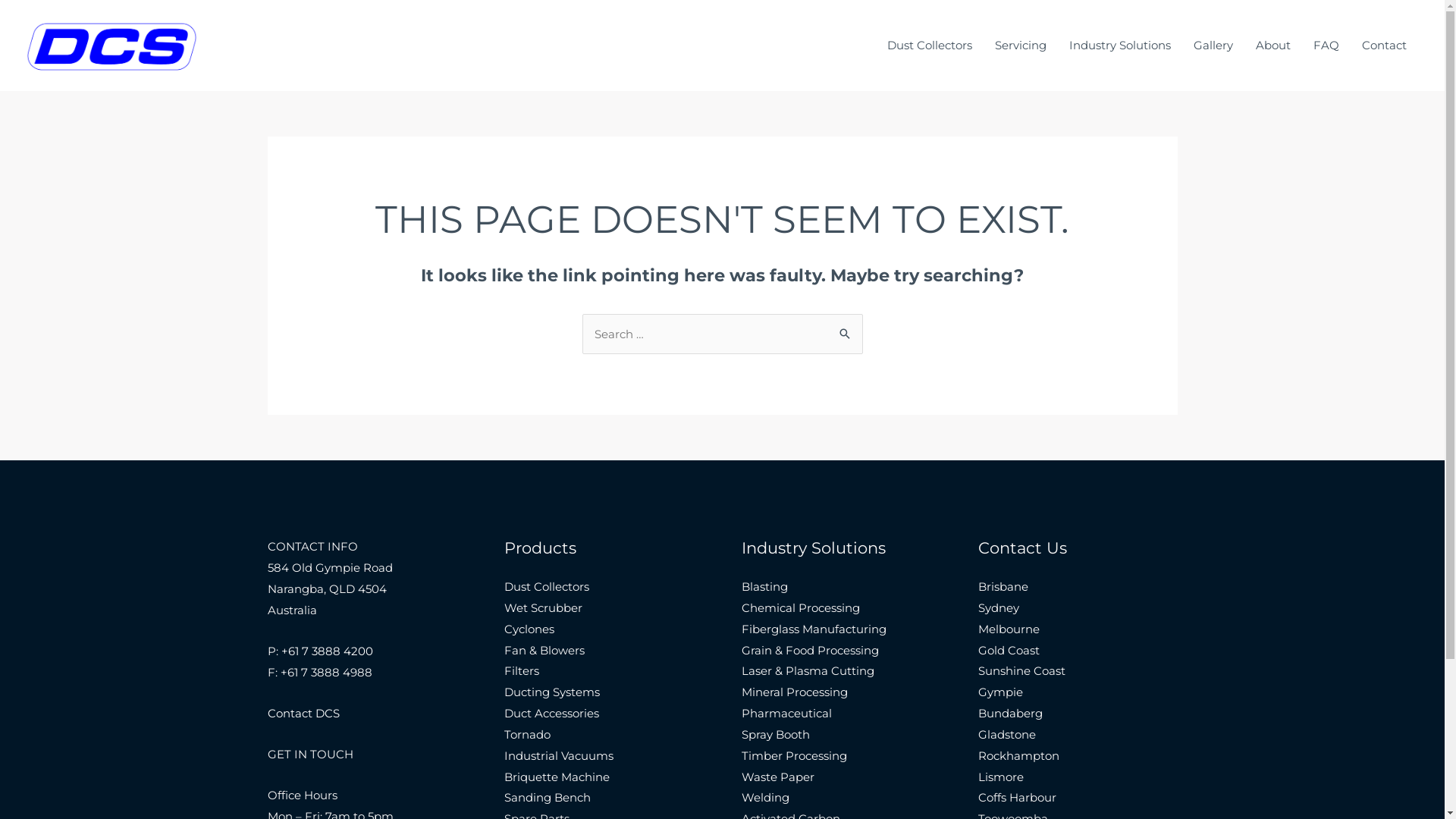 Image resolution: width=1456 pixels, height=819 pixels. I want to click on 'Melbourne', so click(978, 629).